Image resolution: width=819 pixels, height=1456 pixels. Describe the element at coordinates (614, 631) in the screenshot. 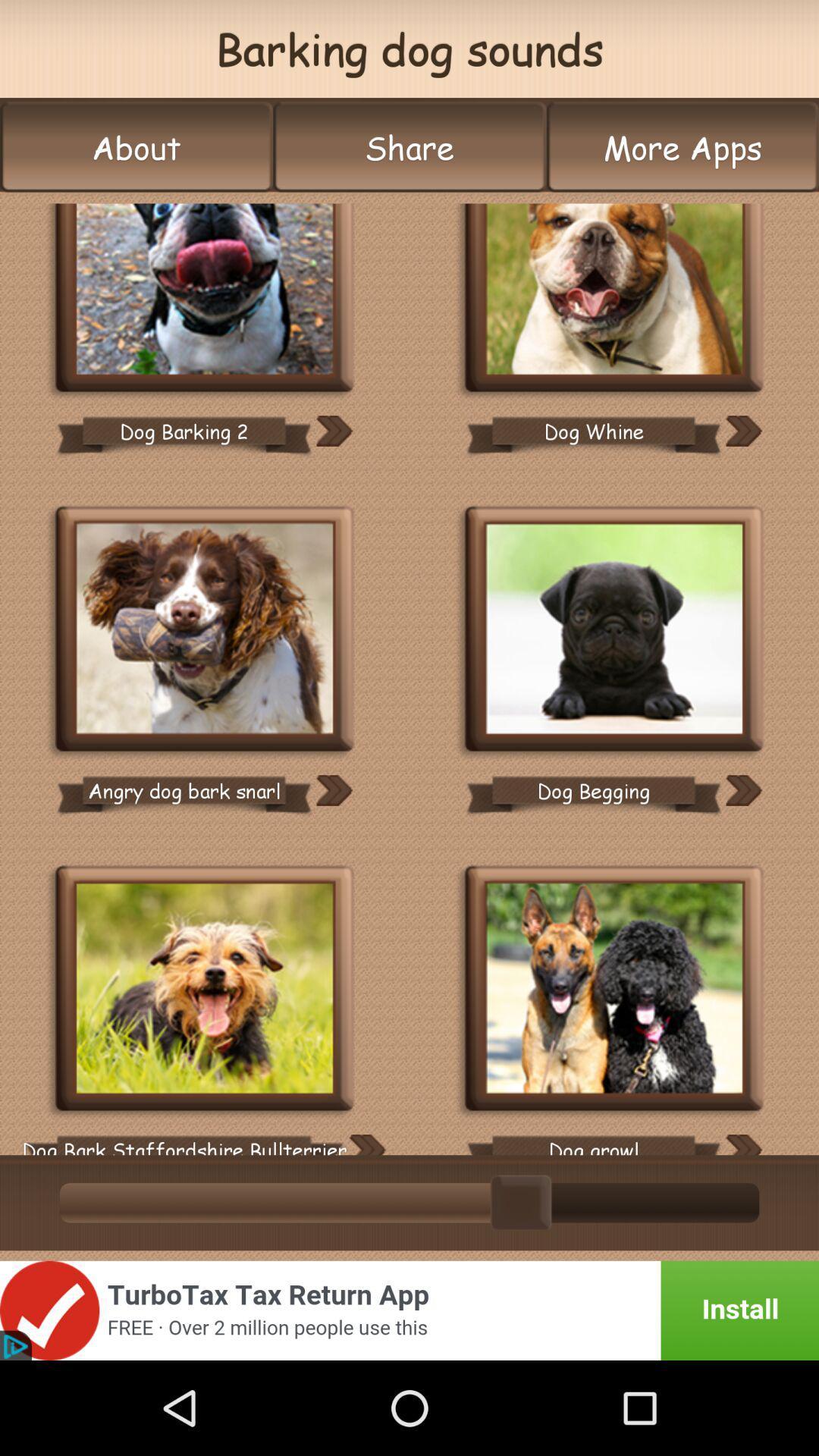

I see `pick an option` at that location.